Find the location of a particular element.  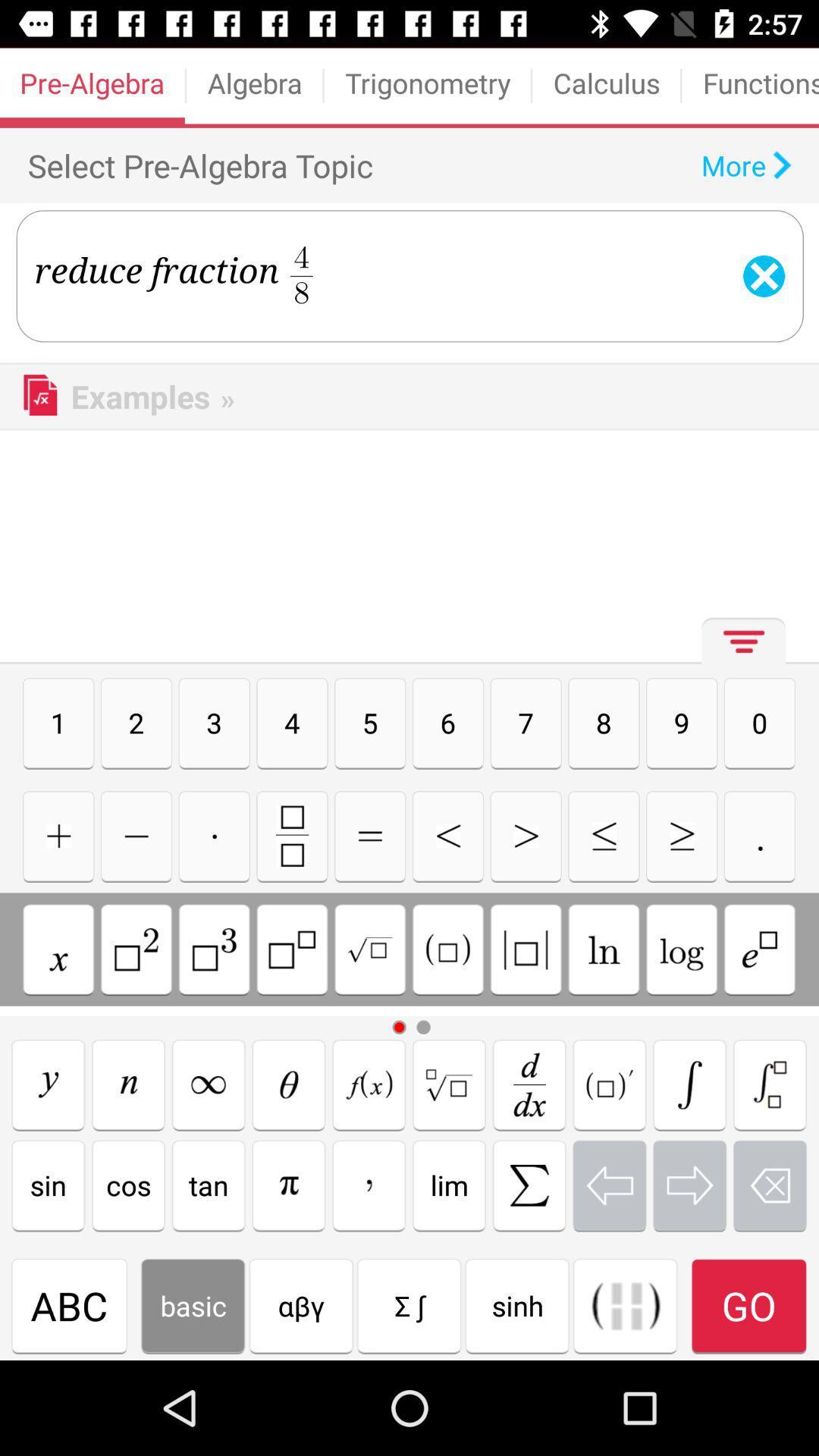

go forward is located at coordinates (525, 835).